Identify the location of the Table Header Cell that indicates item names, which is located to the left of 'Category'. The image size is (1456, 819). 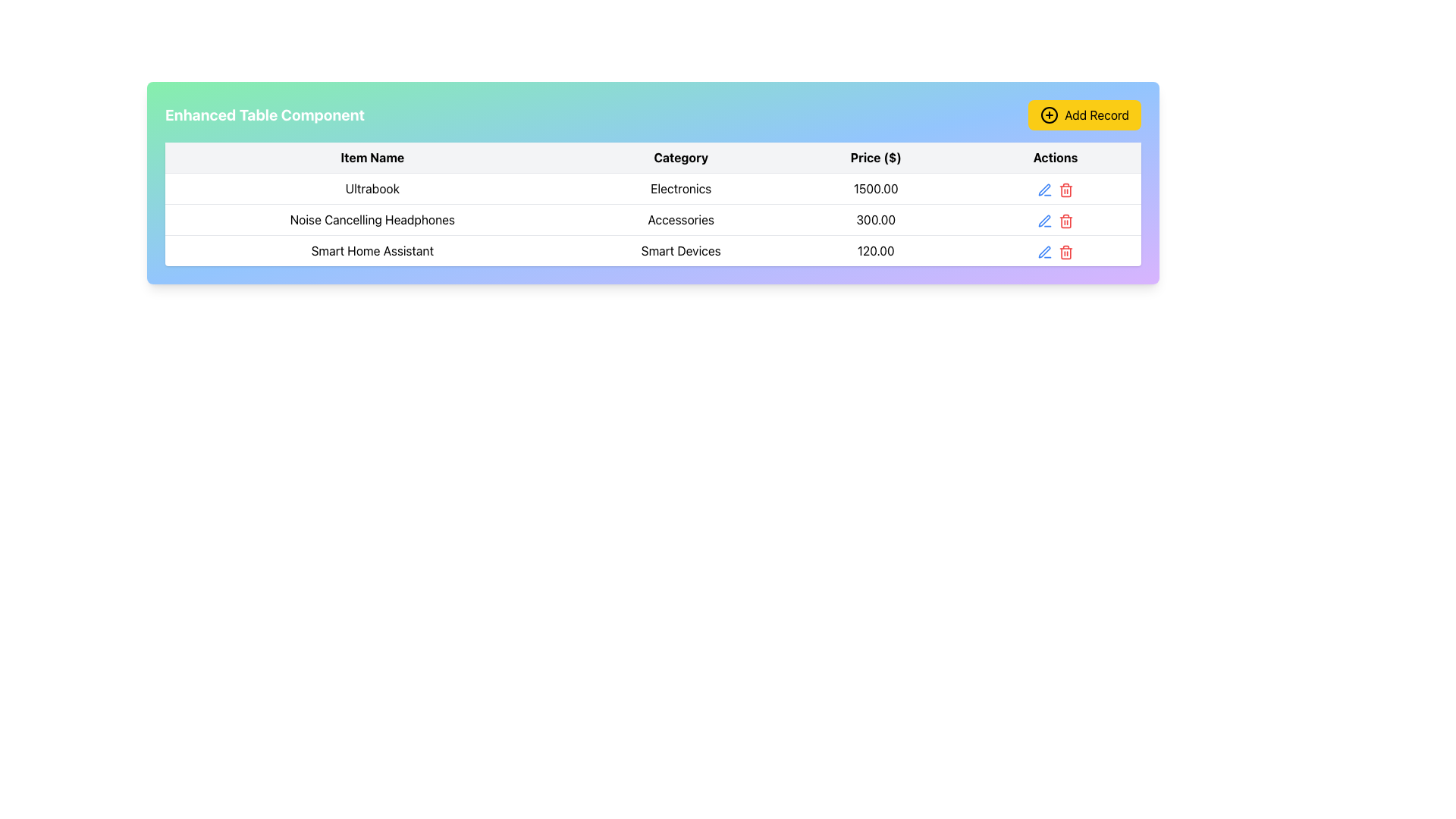
(372, 158).